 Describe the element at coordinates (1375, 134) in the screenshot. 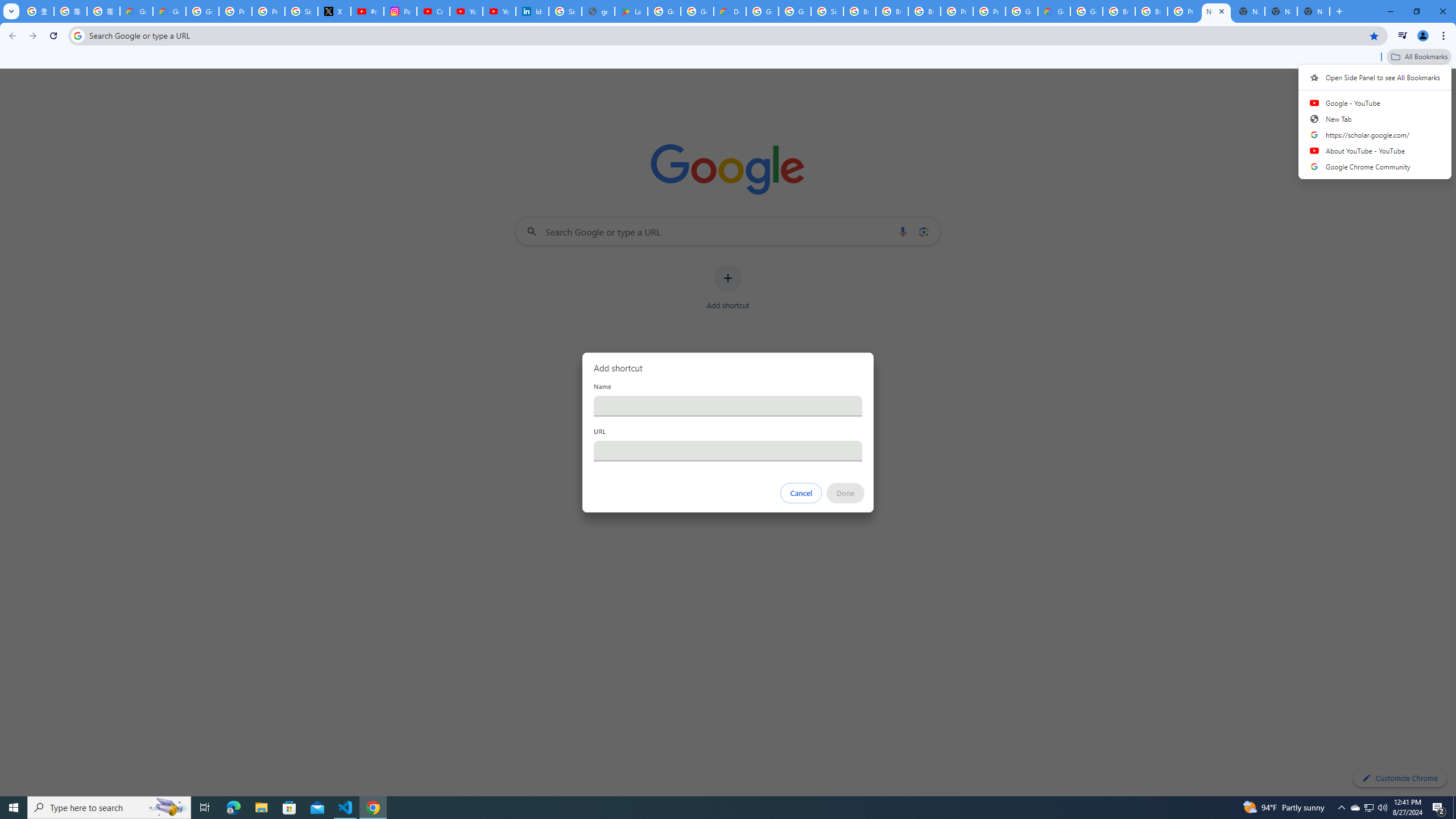

I see `'https://scholar.google.com/'` at that location.